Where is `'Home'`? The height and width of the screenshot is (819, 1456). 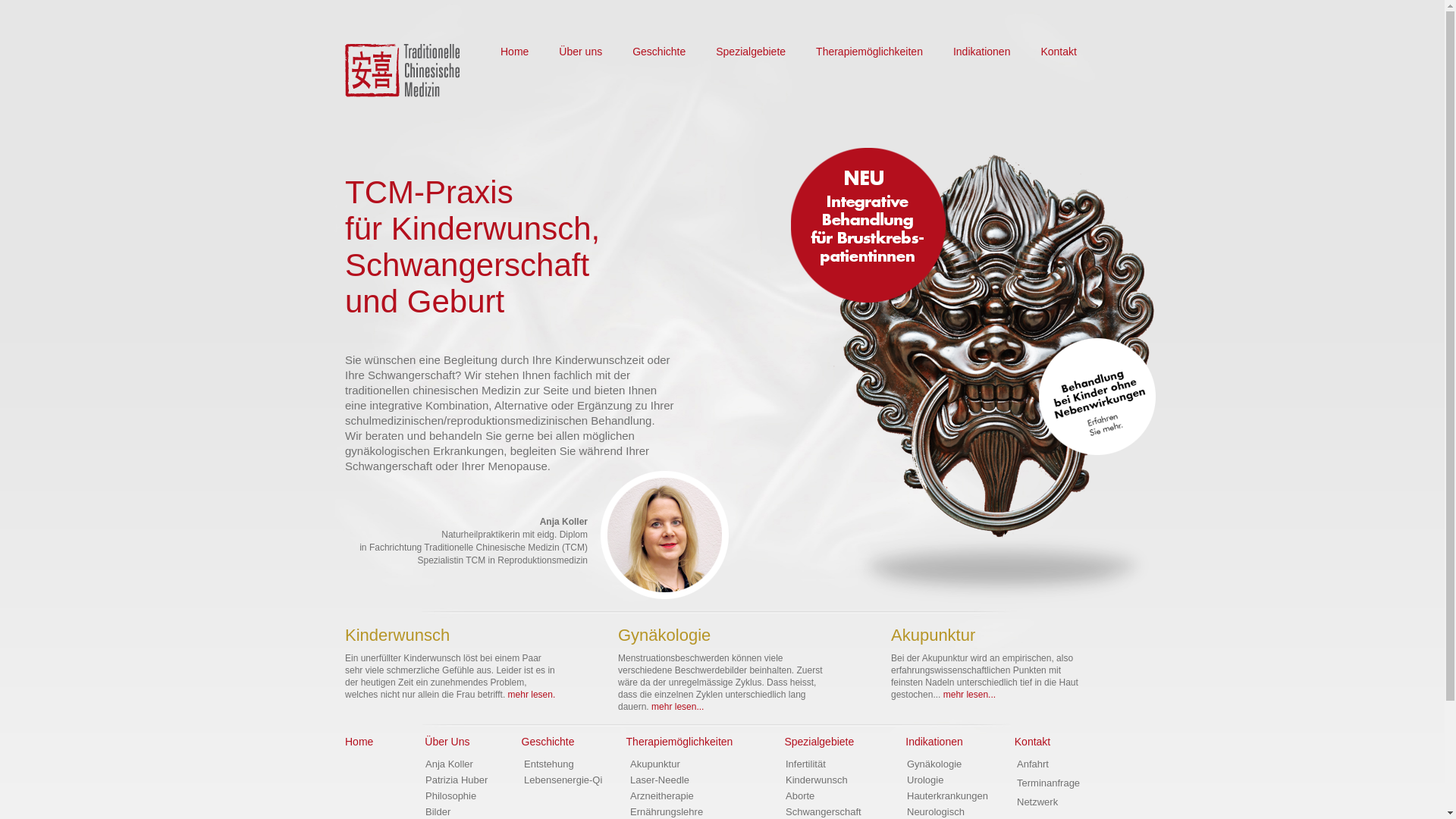
'Home' is located at coordinates (514, 51).